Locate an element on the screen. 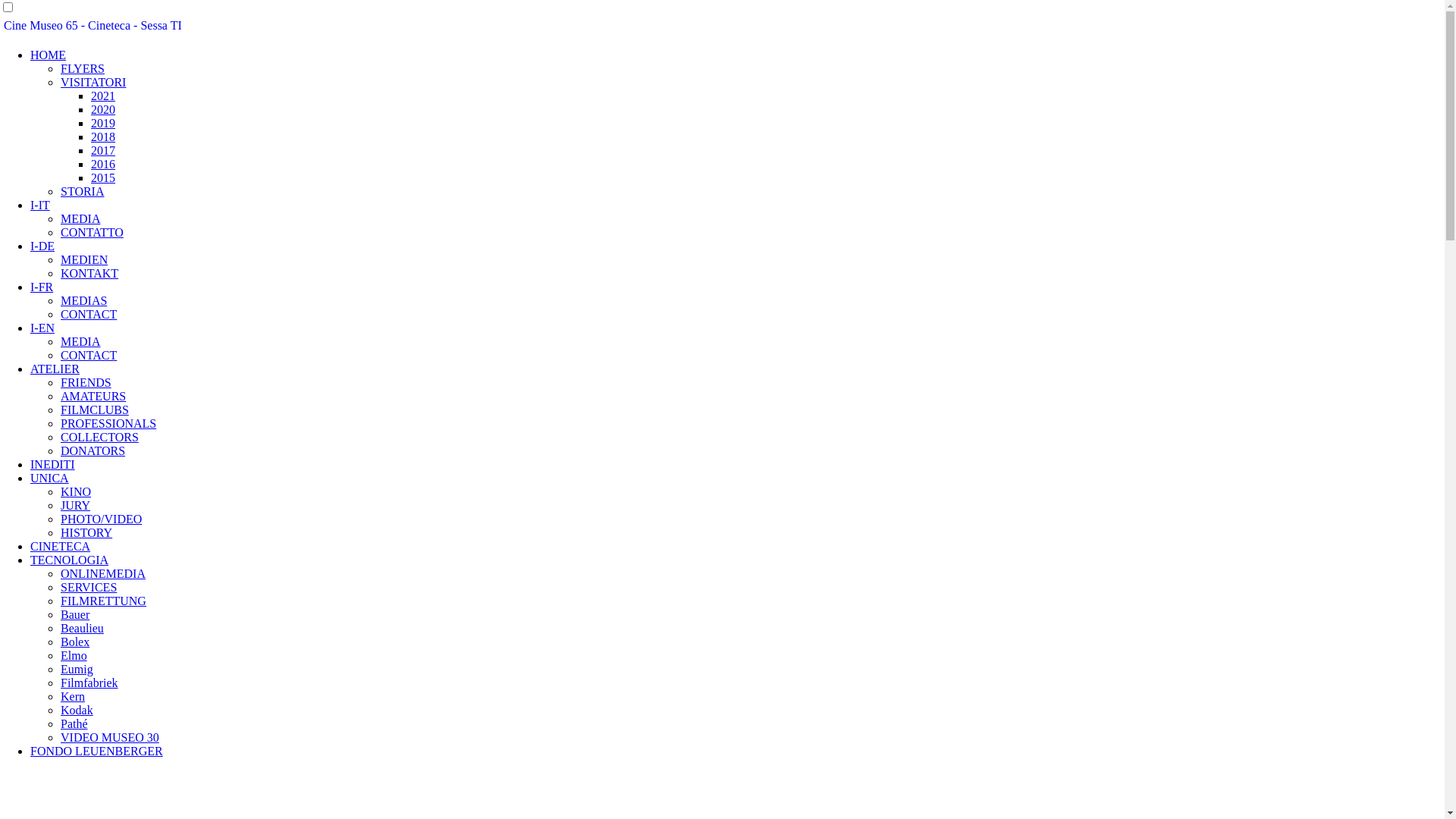 Image resolution: width=1456 pixels, height=819 pixels. 'MEDIAS' is located at coordinates (83, 300).